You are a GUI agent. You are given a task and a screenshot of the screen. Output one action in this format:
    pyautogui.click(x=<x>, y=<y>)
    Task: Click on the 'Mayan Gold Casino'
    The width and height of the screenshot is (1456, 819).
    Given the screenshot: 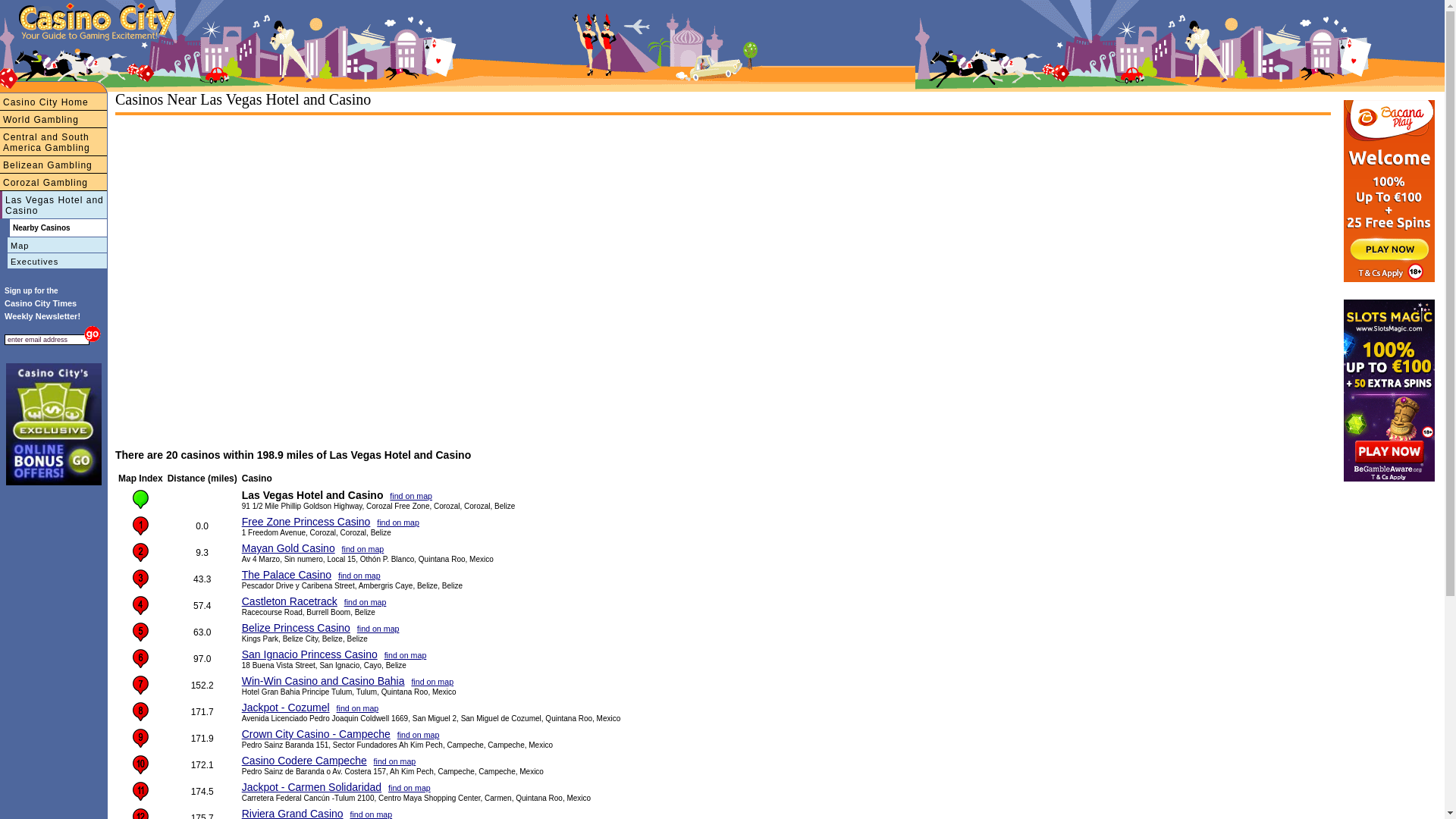 What is the action you would take?
    pyautogui.click(x=288, y=548)
    